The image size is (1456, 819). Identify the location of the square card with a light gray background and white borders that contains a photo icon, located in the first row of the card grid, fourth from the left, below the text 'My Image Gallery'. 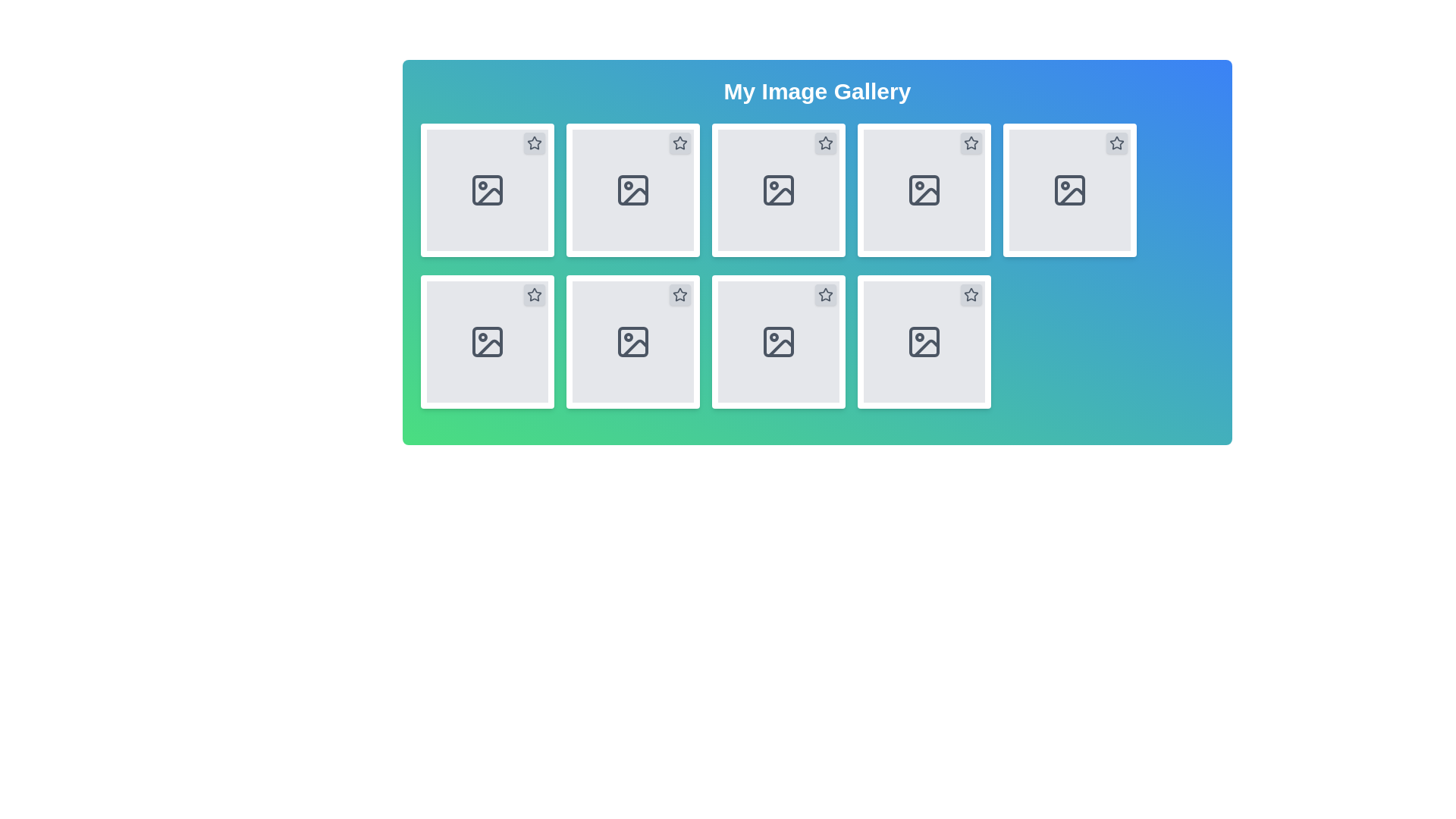
(924, 189).